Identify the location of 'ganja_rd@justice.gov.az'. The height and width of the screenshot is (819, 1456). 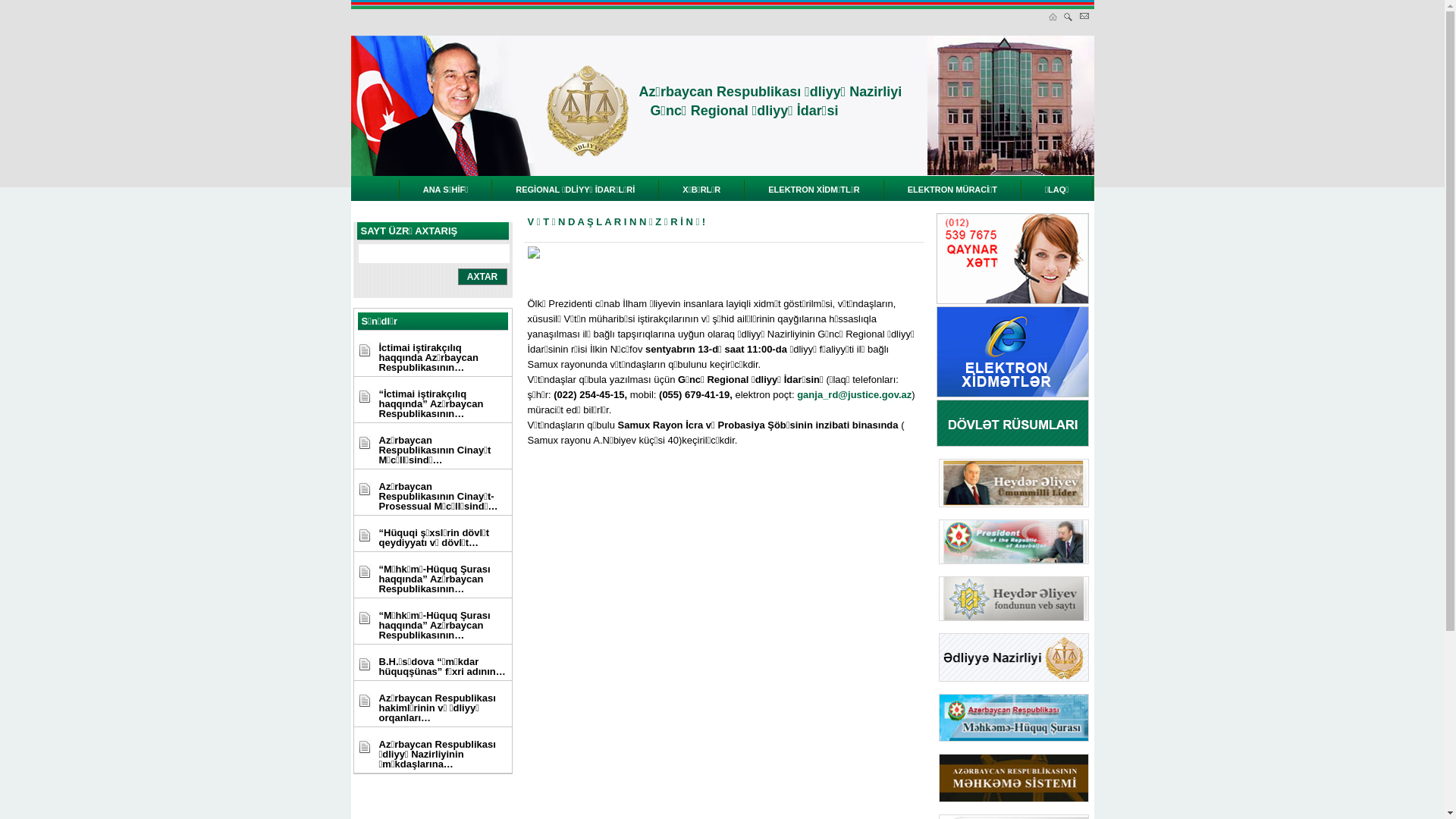
(854, 394).